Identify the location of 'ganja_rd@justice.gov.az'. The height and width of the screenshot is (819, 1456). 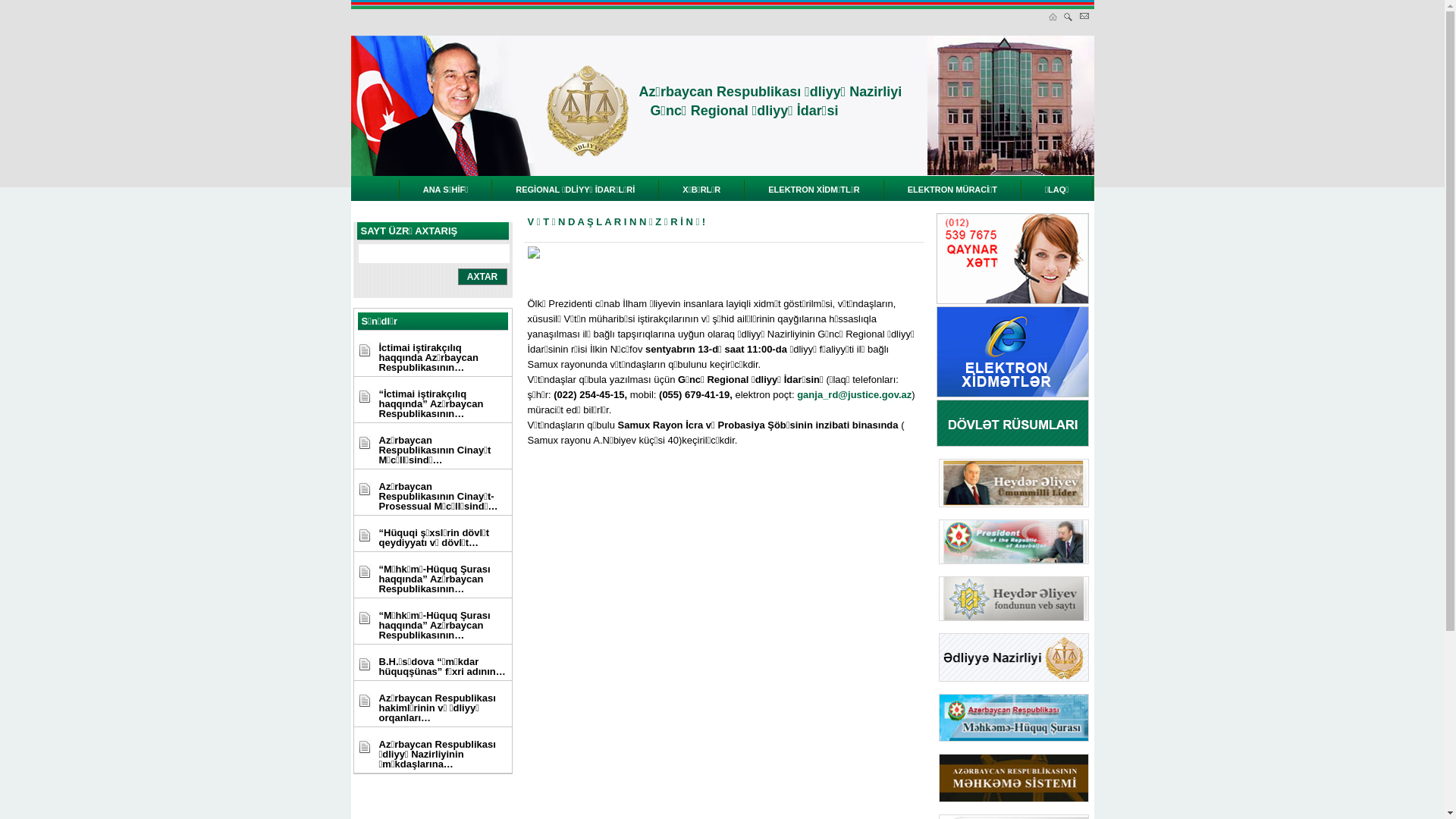
(854, 394).